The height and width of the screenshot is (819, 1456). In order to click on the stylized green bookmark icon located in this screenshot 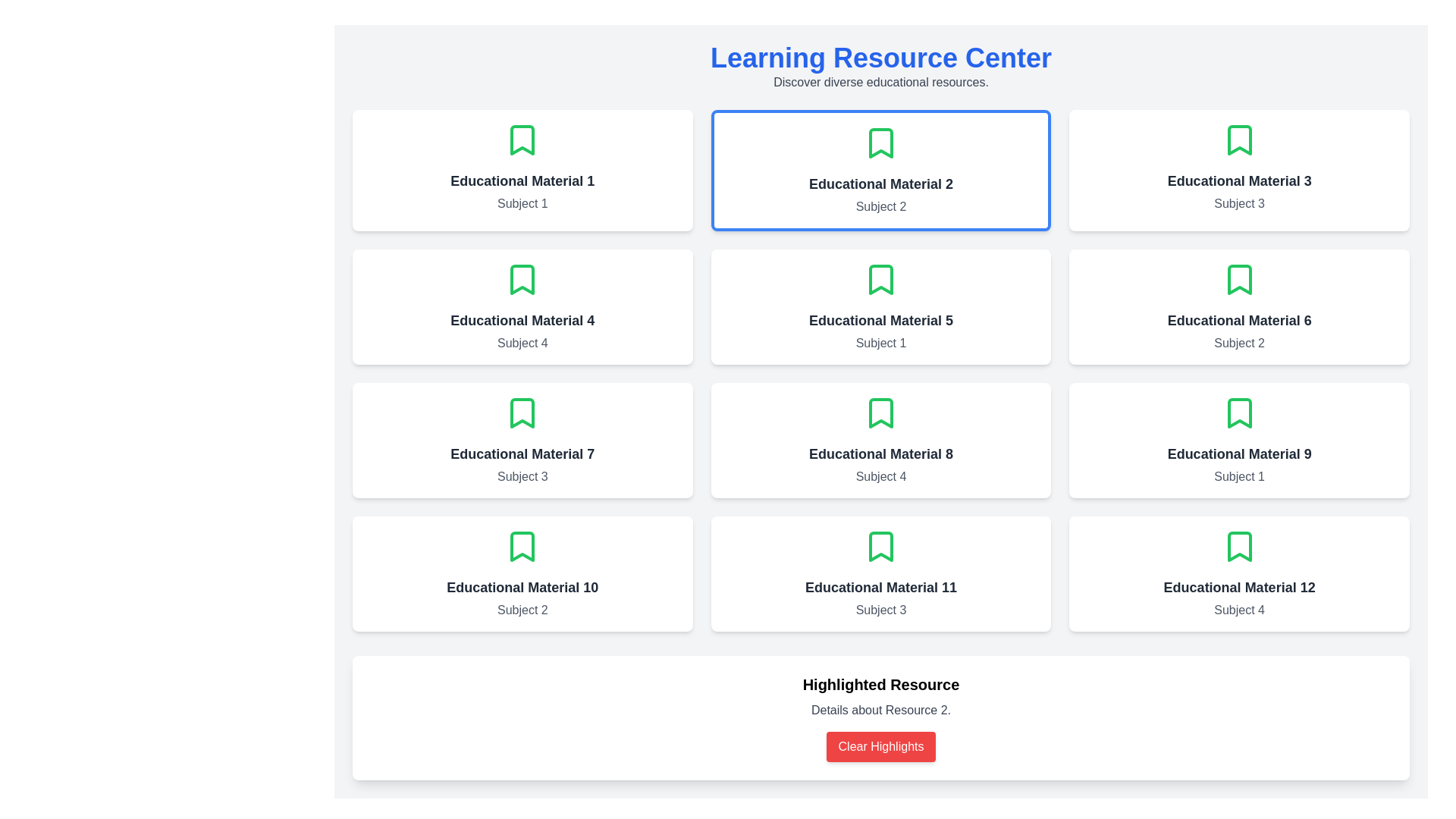, I will do `click(522, 140)`.